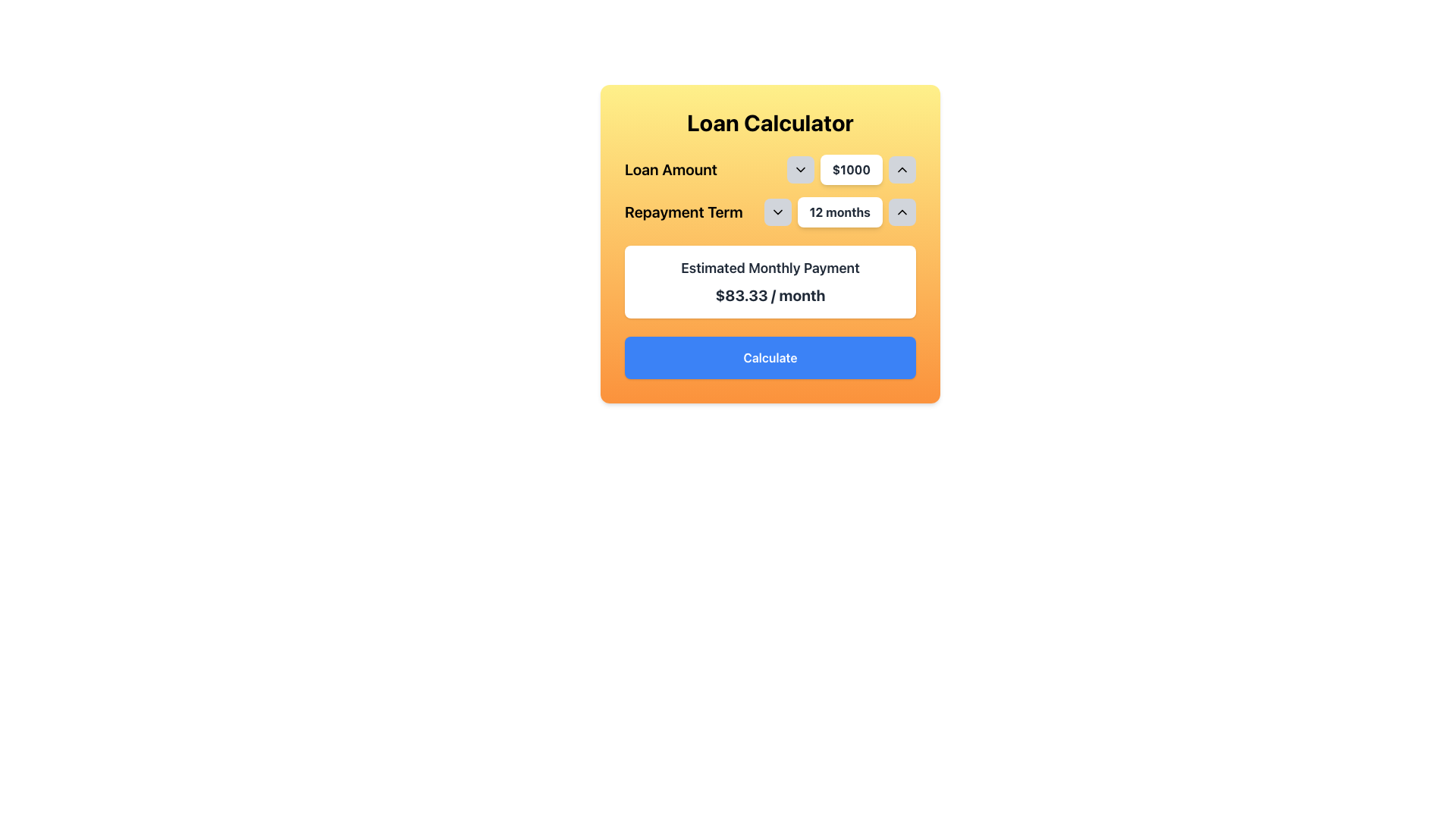  What do you see at coordinates (902, 212) in the screenshot?
I see `the small, light gray button with a black upward-pointing chevron icon located to the right of the '12 months' text in the 'Repayment Term' section` at bounding box center [902, 212].